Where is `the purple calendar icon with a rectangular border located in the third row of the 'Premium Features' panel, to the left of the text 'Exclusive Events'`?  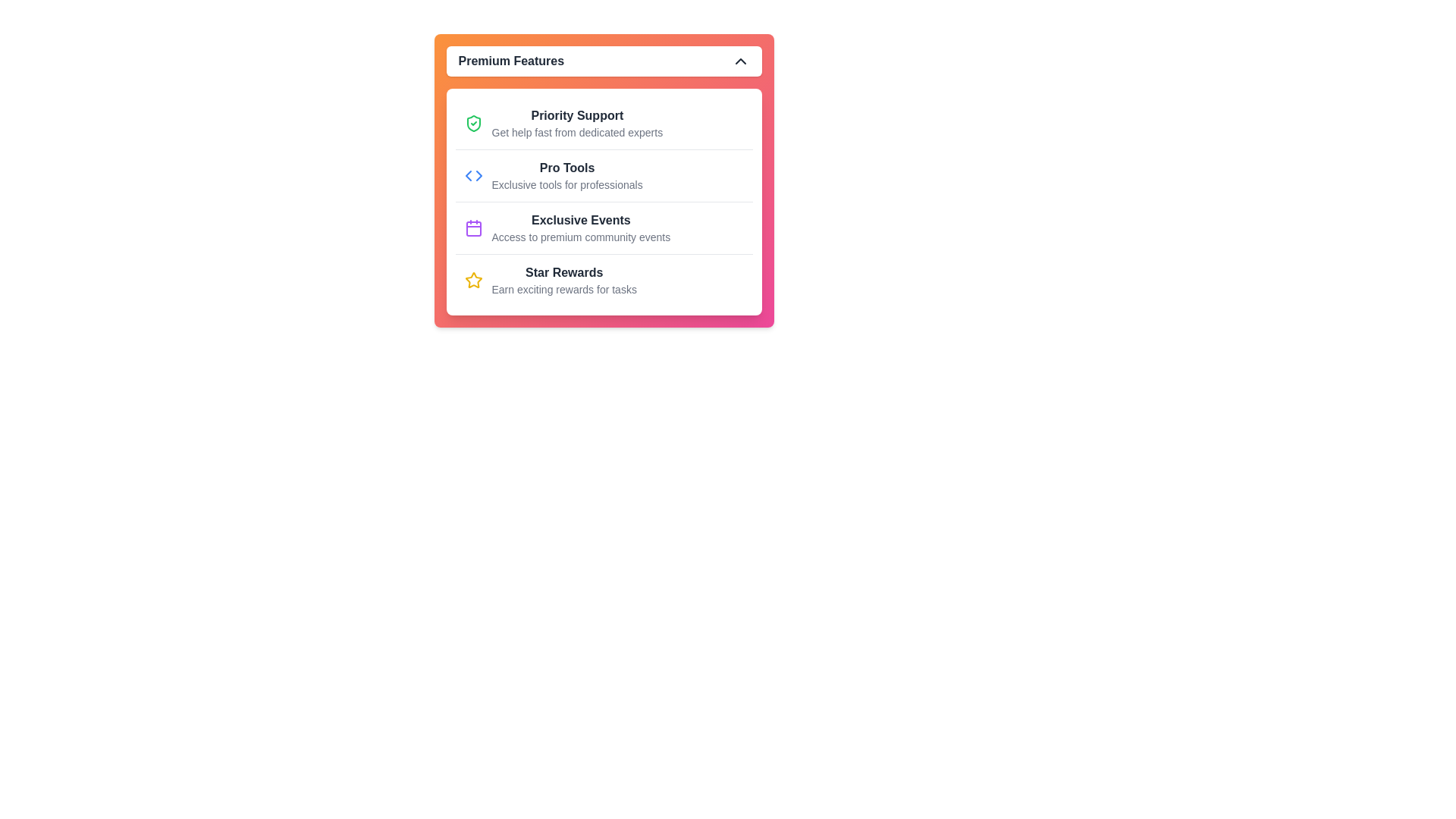 the purple calendar icon with a rectangular border located in the third row of the 'Premium Features' panel, to the left of the text 'Exclusive Events' is located at coordinates (472, 227).